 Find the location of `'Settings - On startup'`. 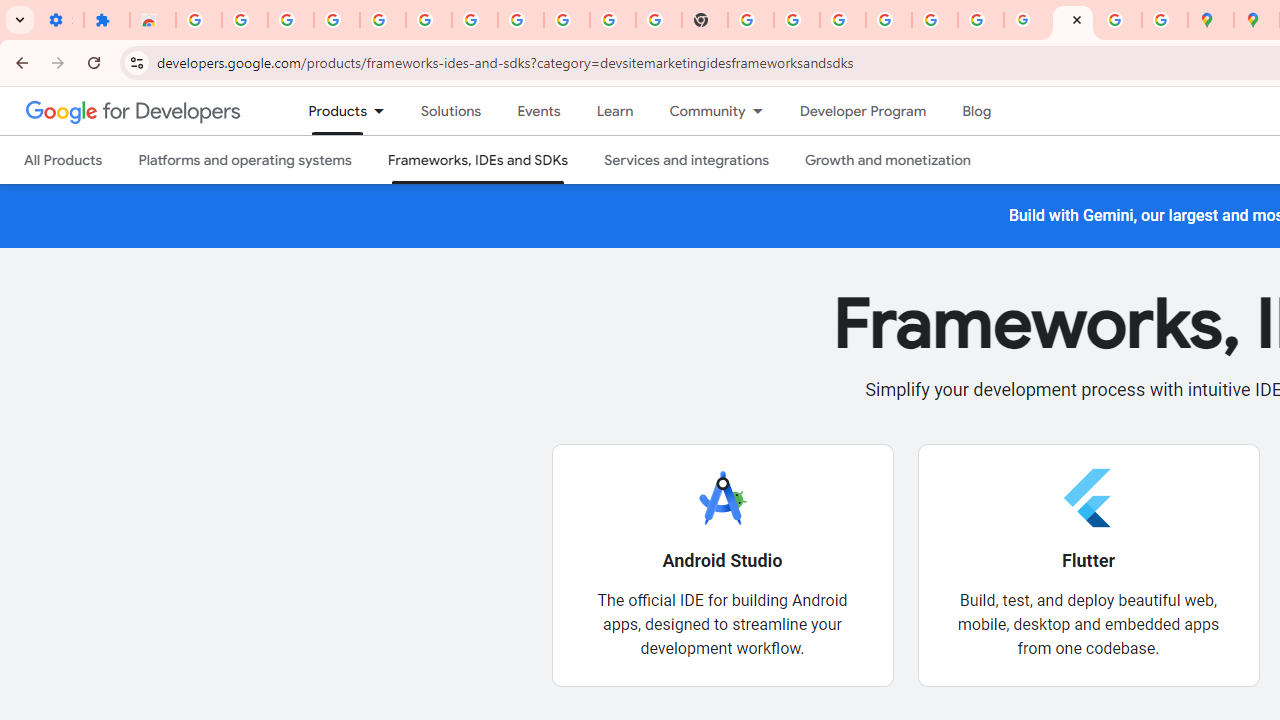

'Settings - On startup' is located at coordinates (60, 20).